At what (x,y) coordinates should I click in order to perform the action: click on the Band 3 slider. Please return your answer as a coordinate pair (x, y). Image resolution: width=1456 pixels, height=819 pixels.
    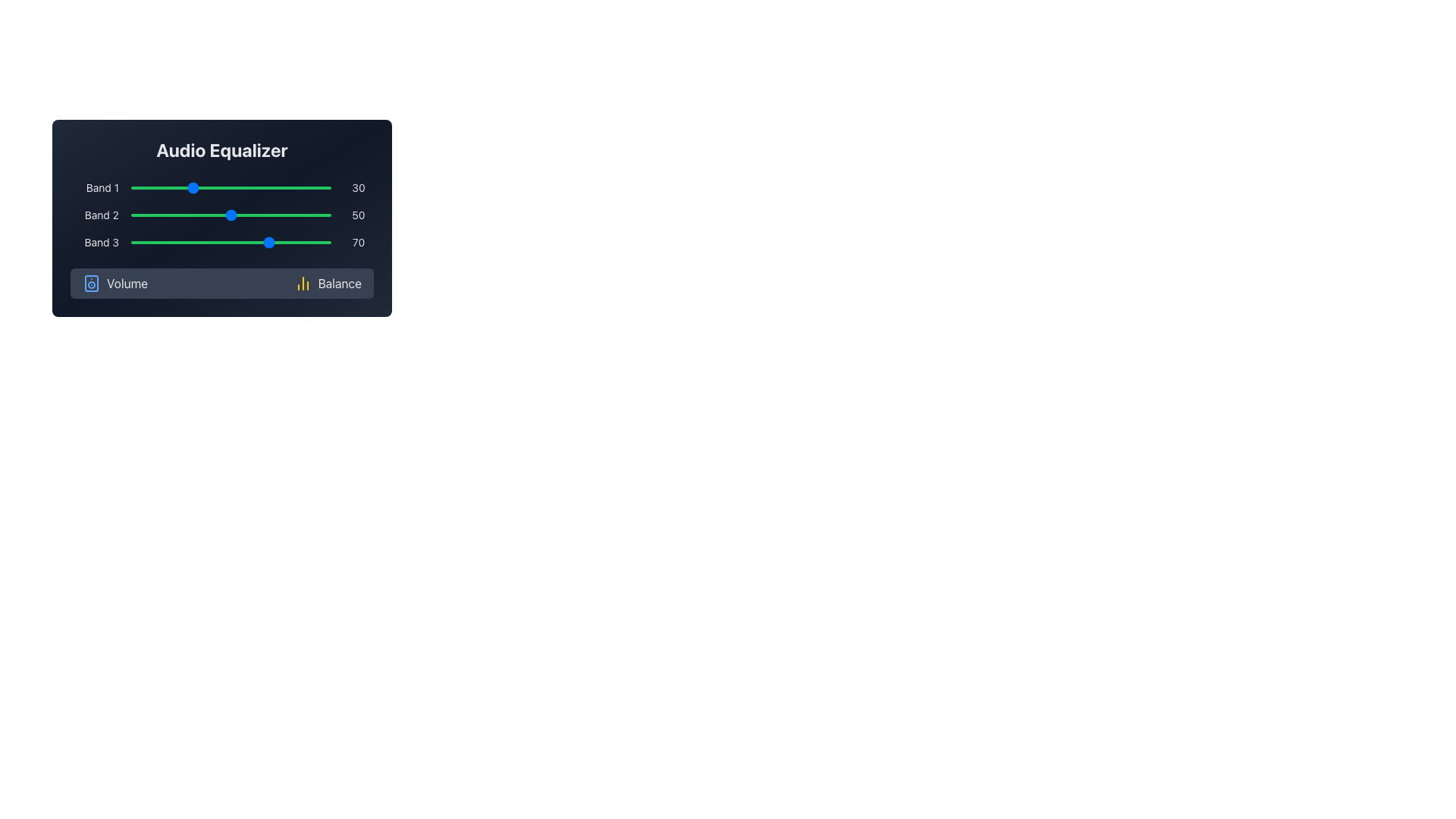
    Looking at the image, I should click on (145, 242).